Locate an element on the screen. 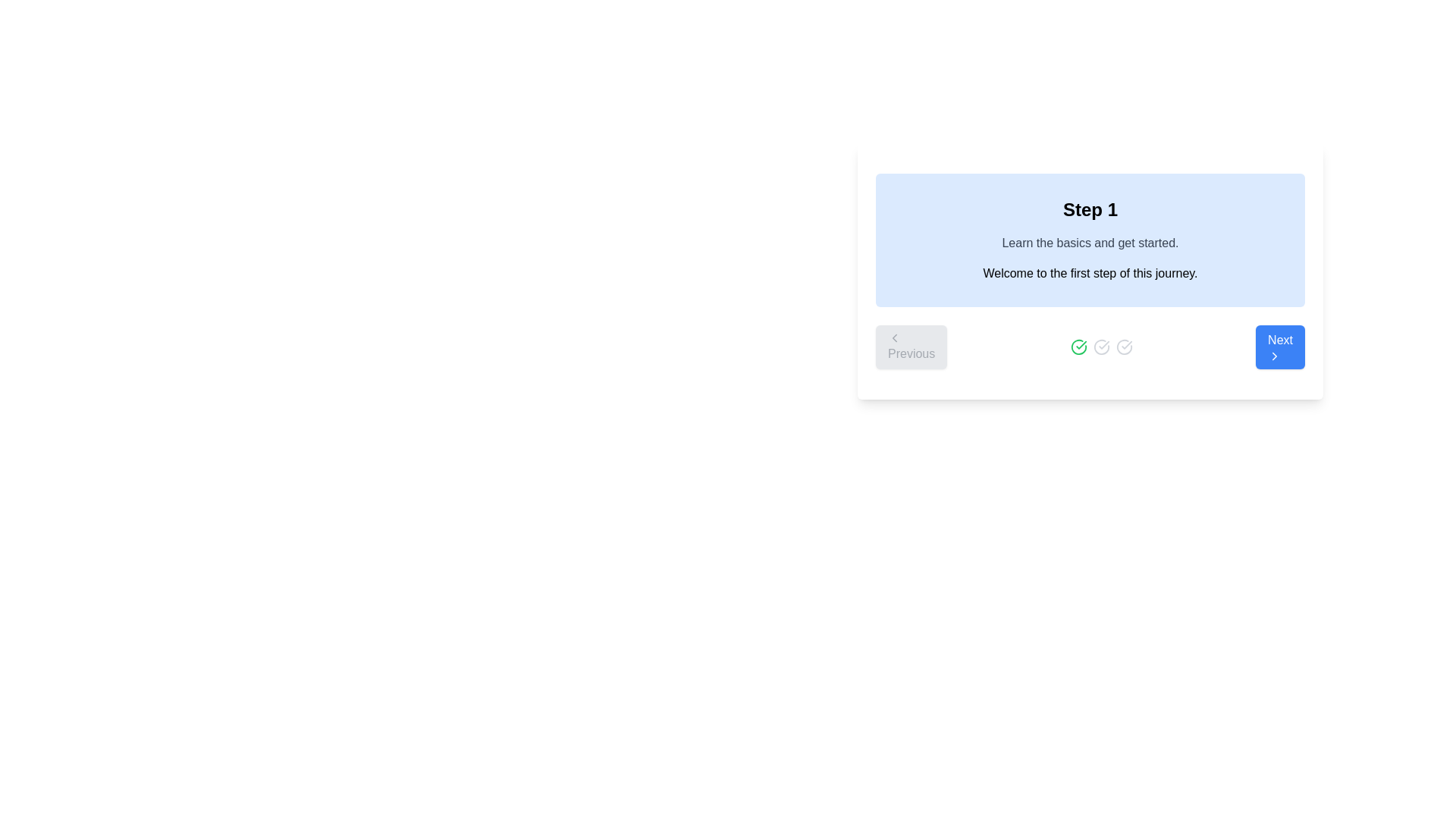  the Informational box with a light blue background that contains the text 'Step 1', 'Learn the basics and get started.', and 'Welcome to the first step of this journey.' is located at coordinates (1090, 239).